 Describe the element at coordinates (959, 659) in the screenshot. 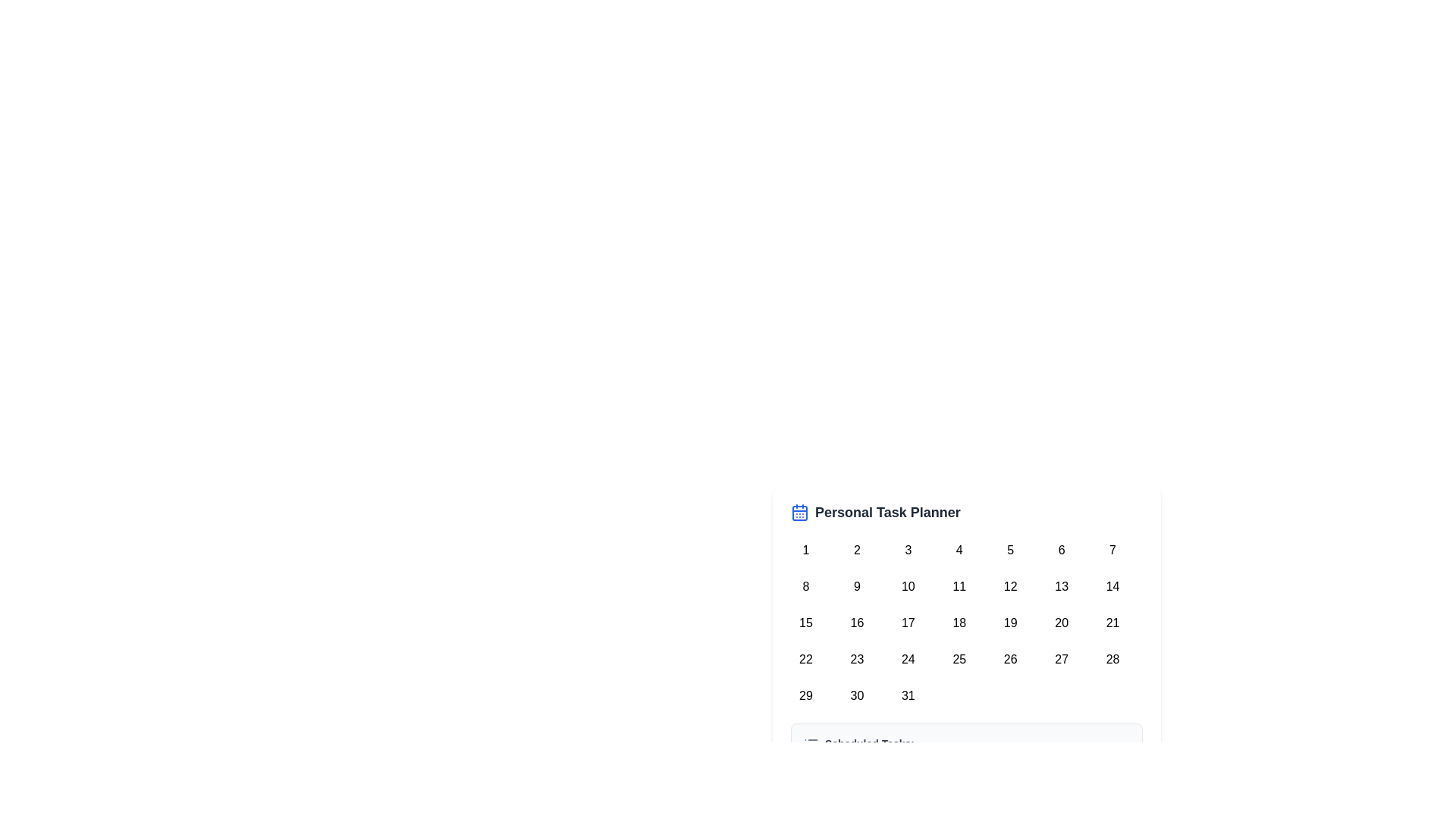

I see `the button representing the date '25th' in the calendar located in the fourth row and fourth column of a 7-column grid layout` at that location.